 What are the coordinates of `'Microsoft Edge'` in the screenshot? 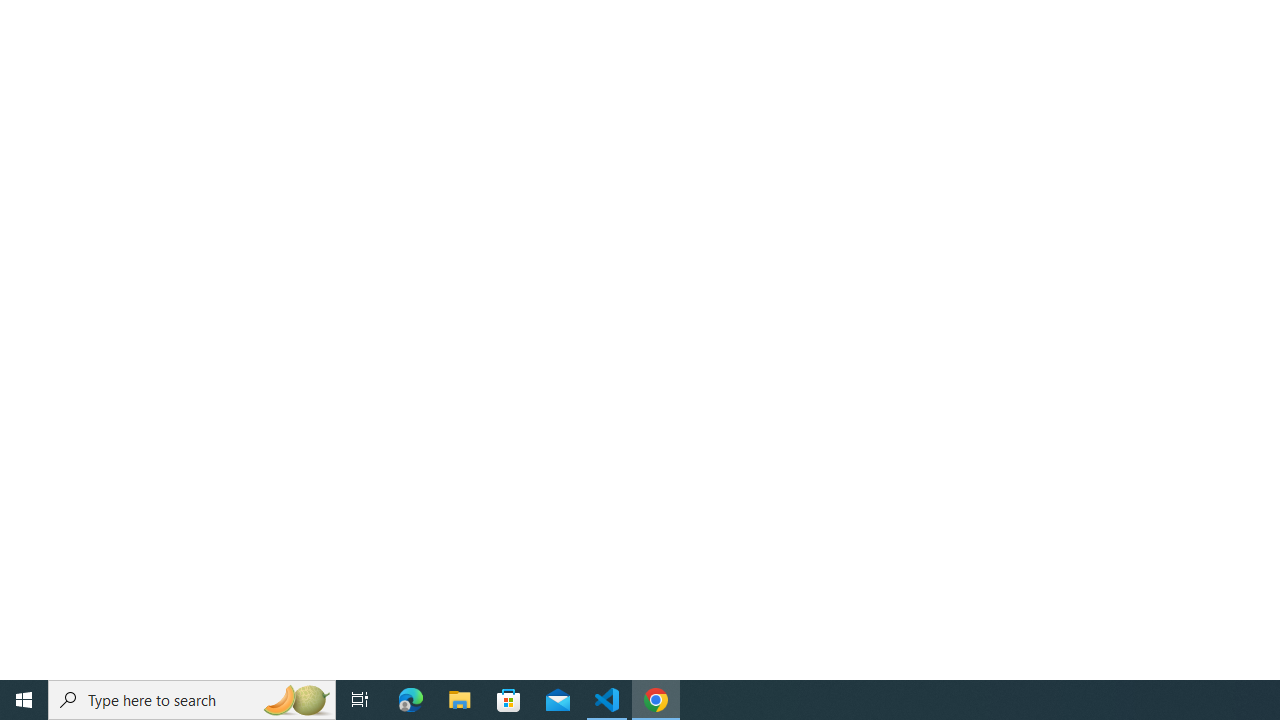 It's located at (410, 698).